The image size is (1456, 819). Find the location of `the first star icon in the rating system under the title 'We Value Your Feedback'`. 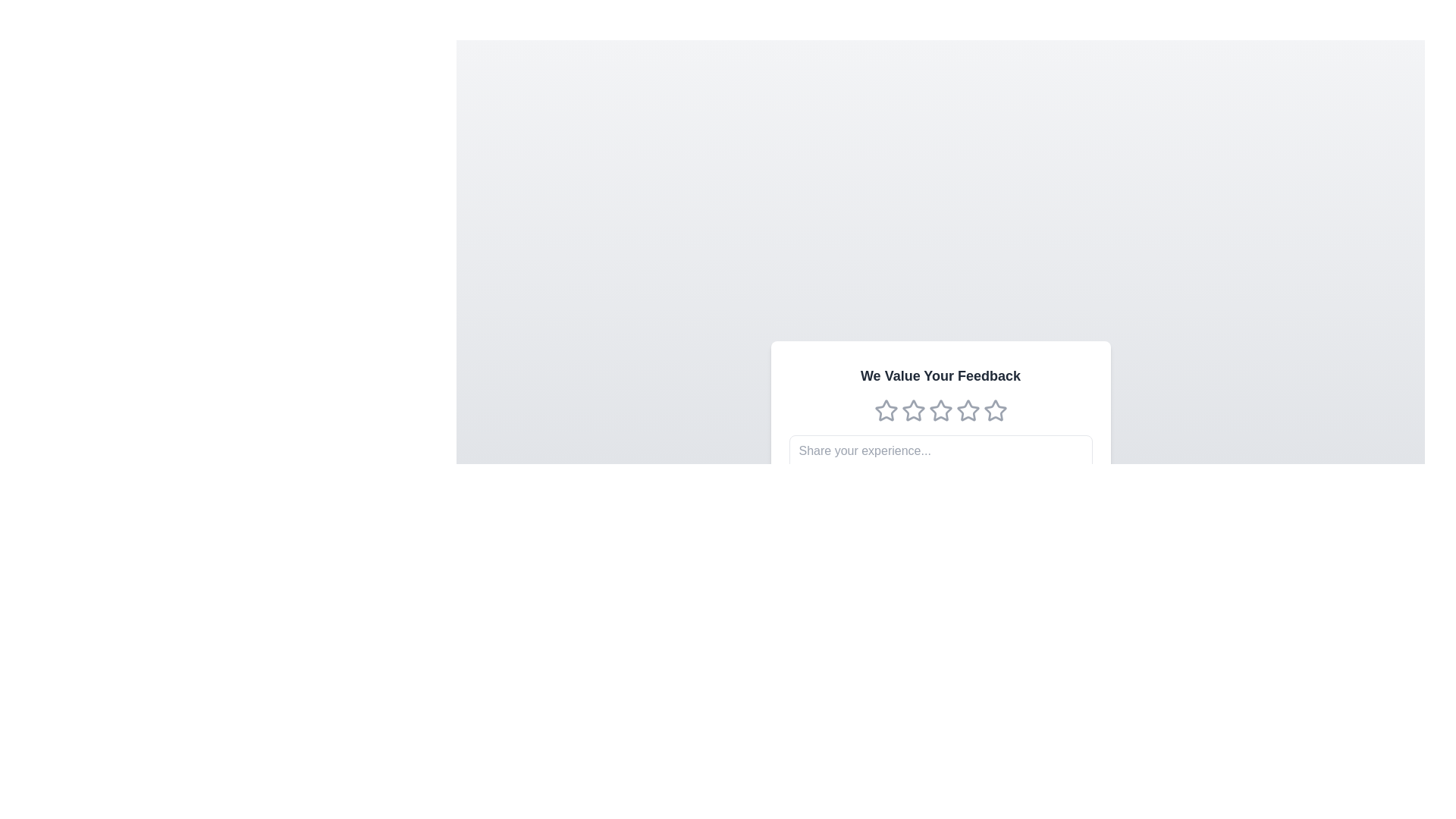

the first star icon in the rating system under the title 'We Value Your Feedback' is located at coordinates (885, 409).